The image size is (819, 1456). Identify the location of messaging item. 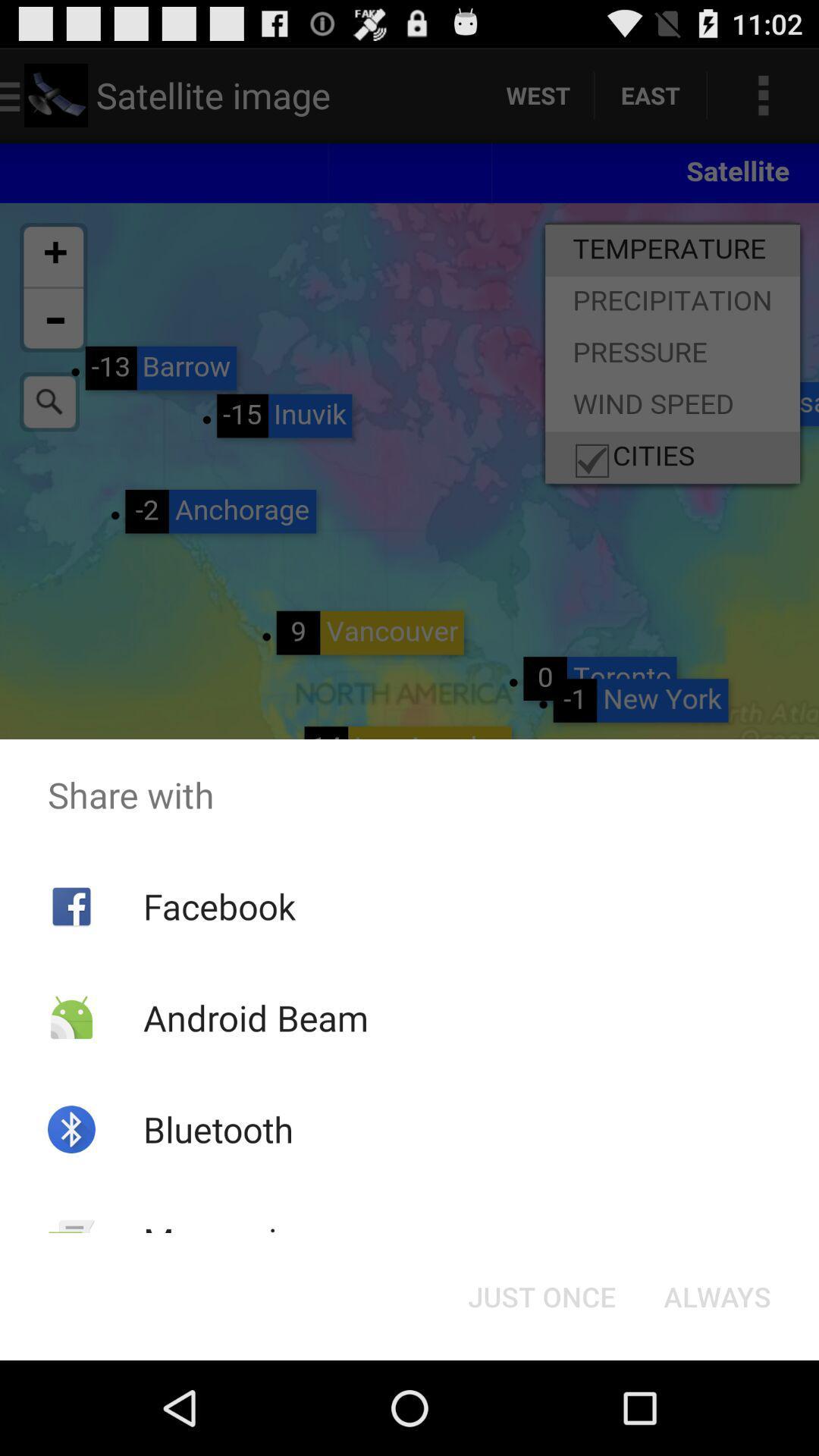
(230, 1241).